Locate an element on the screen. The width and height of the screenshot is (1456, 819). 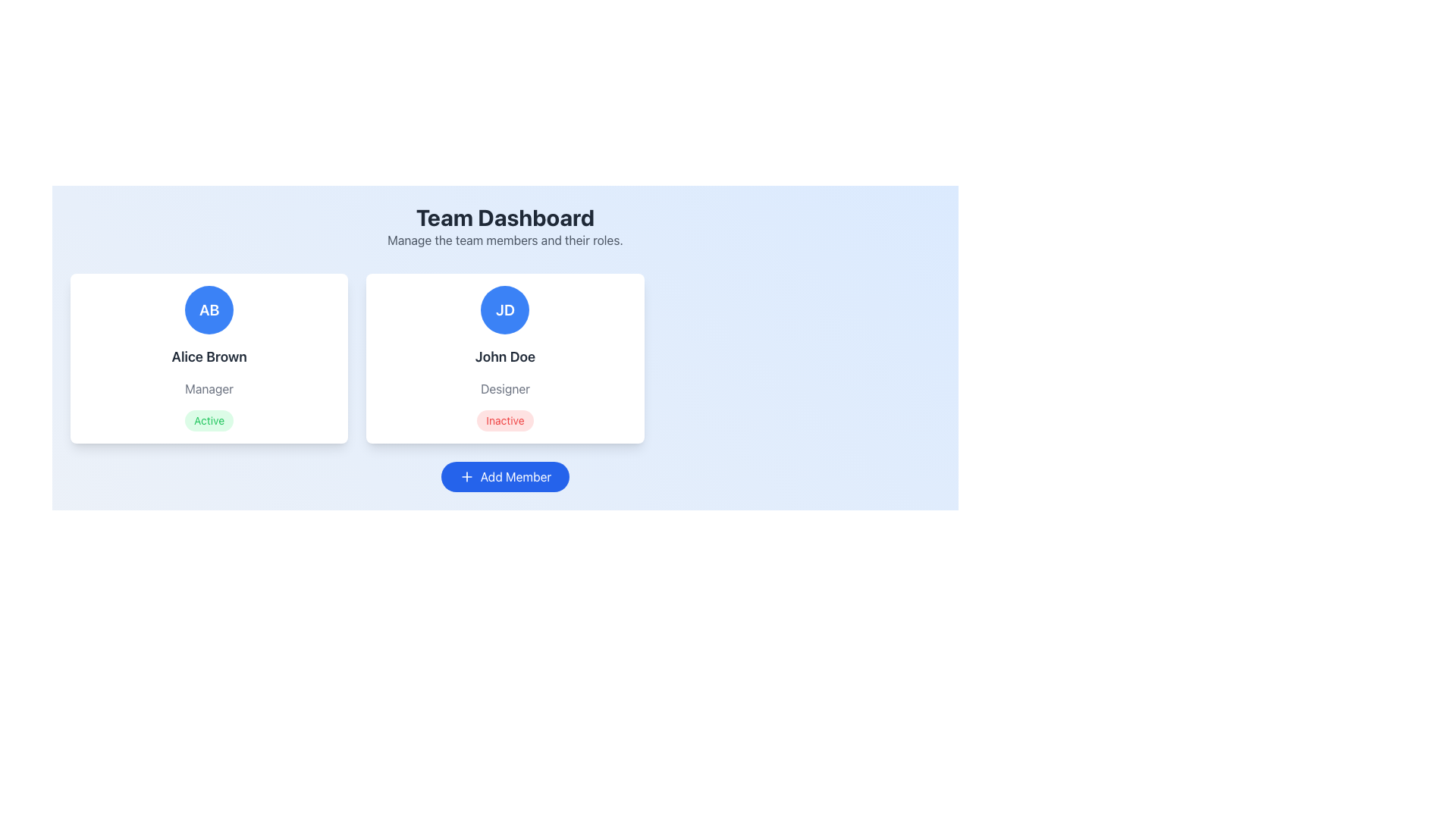
the 'Active' status indicator label, which is a small, rounded rectangular badge with light green background and darker green text, located within a team member's profile card below the 'Manager' designation is located at coordinates (209, 421).